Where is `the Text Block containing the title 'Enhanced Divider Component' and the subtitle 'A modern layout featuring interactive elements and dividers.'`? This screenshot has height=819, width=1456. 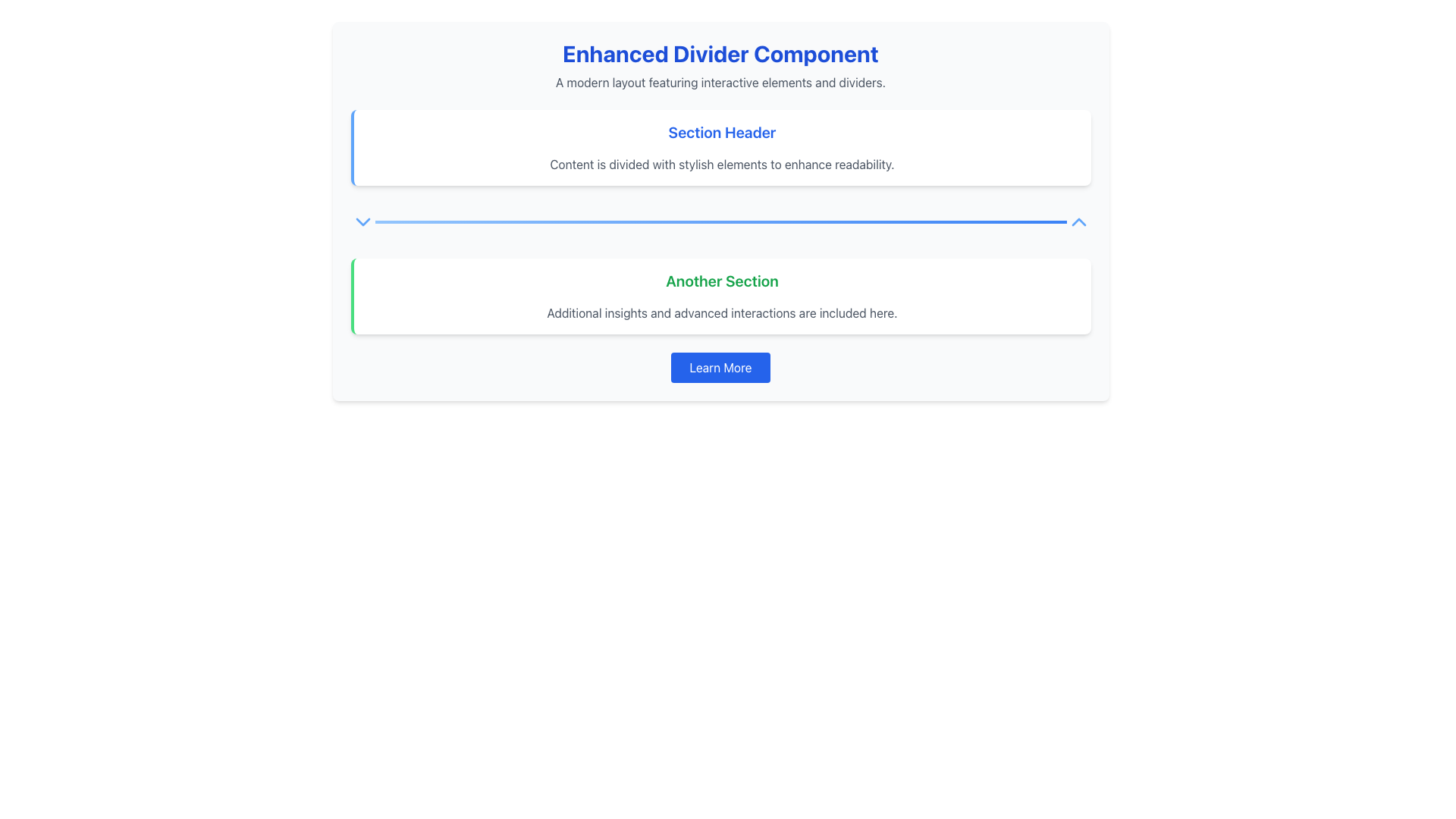
the Text Block containing the title 'Enhanced Divider Component' and the subtitle 'A modern layout featuring interactive elements and dividers.' is located at coordinates (720, 65).